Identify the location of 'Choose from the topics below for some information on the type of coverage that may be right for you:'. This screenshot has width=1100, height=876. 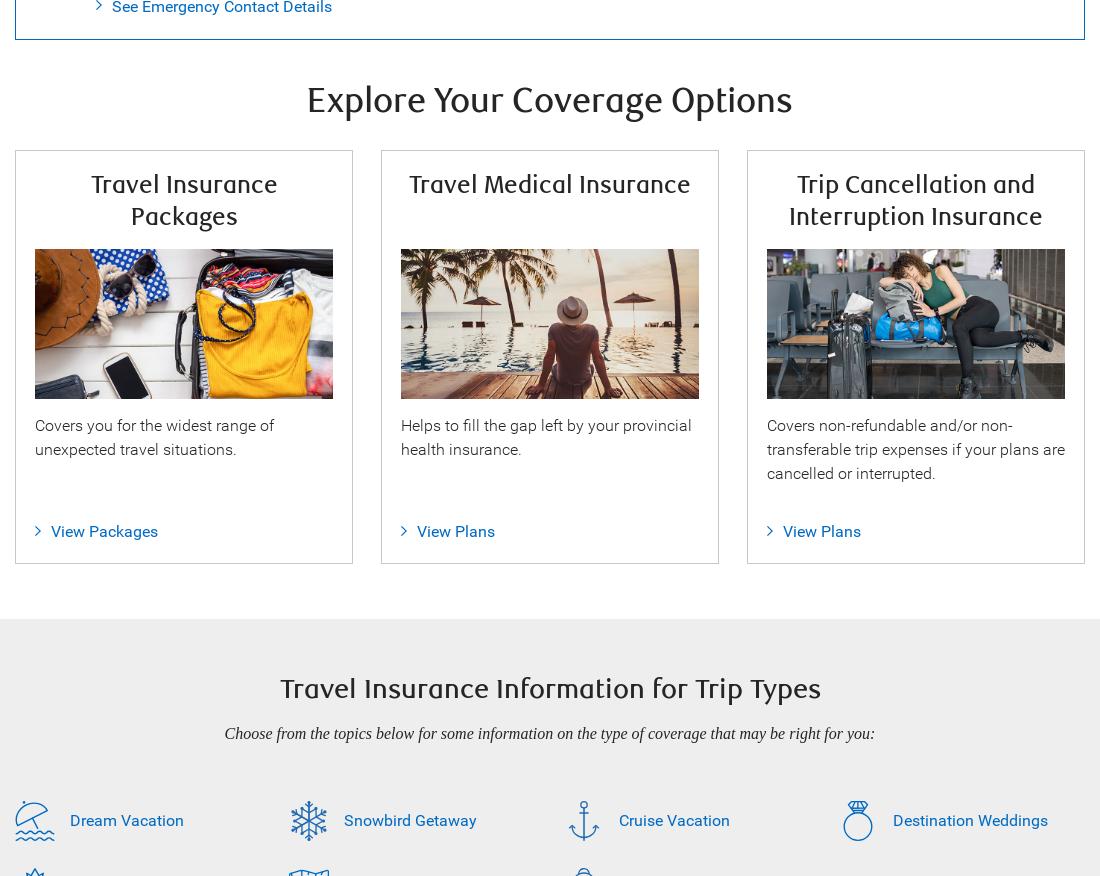
(223, 733).